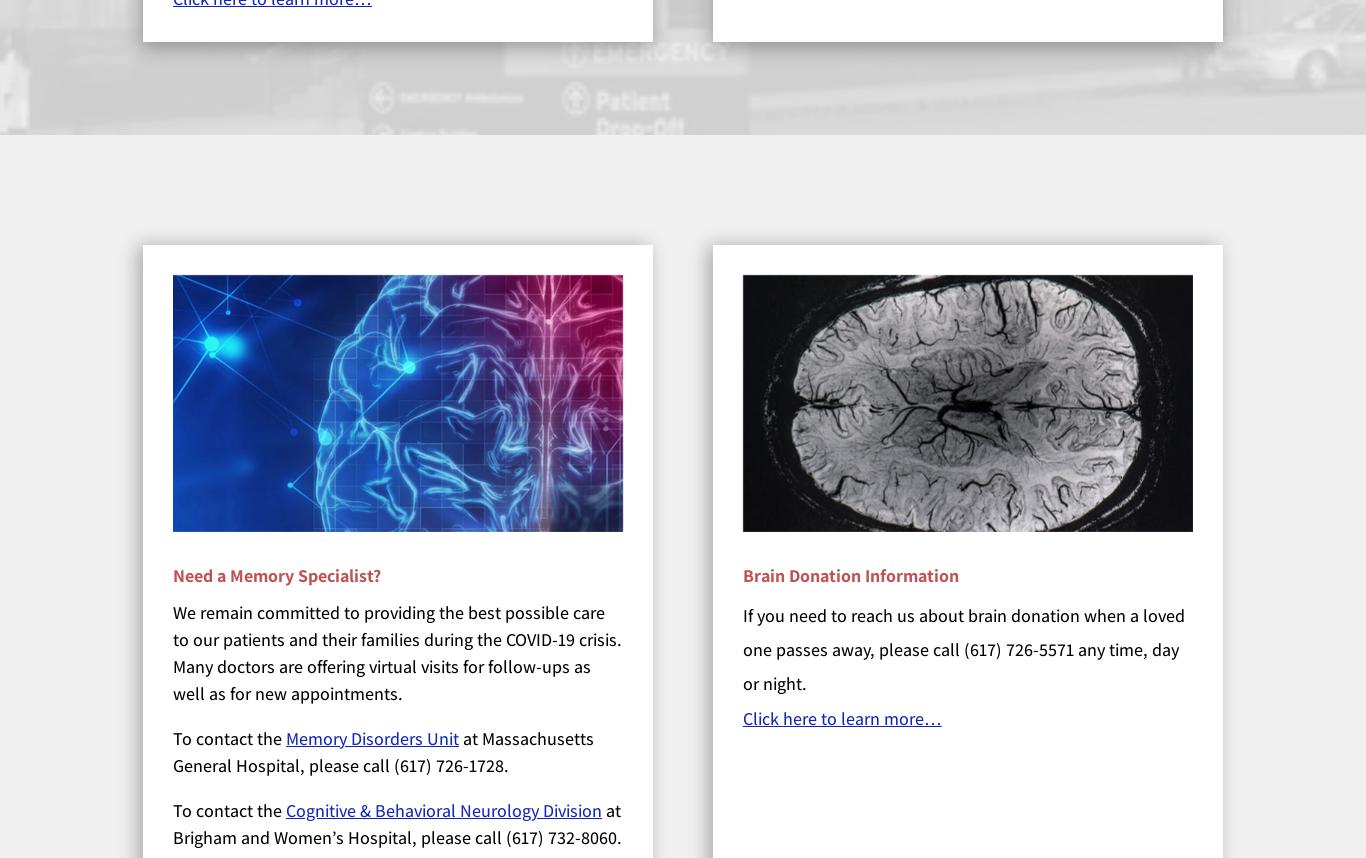  I want to click on 'Memory Disorders Unit', so click(371, 736).